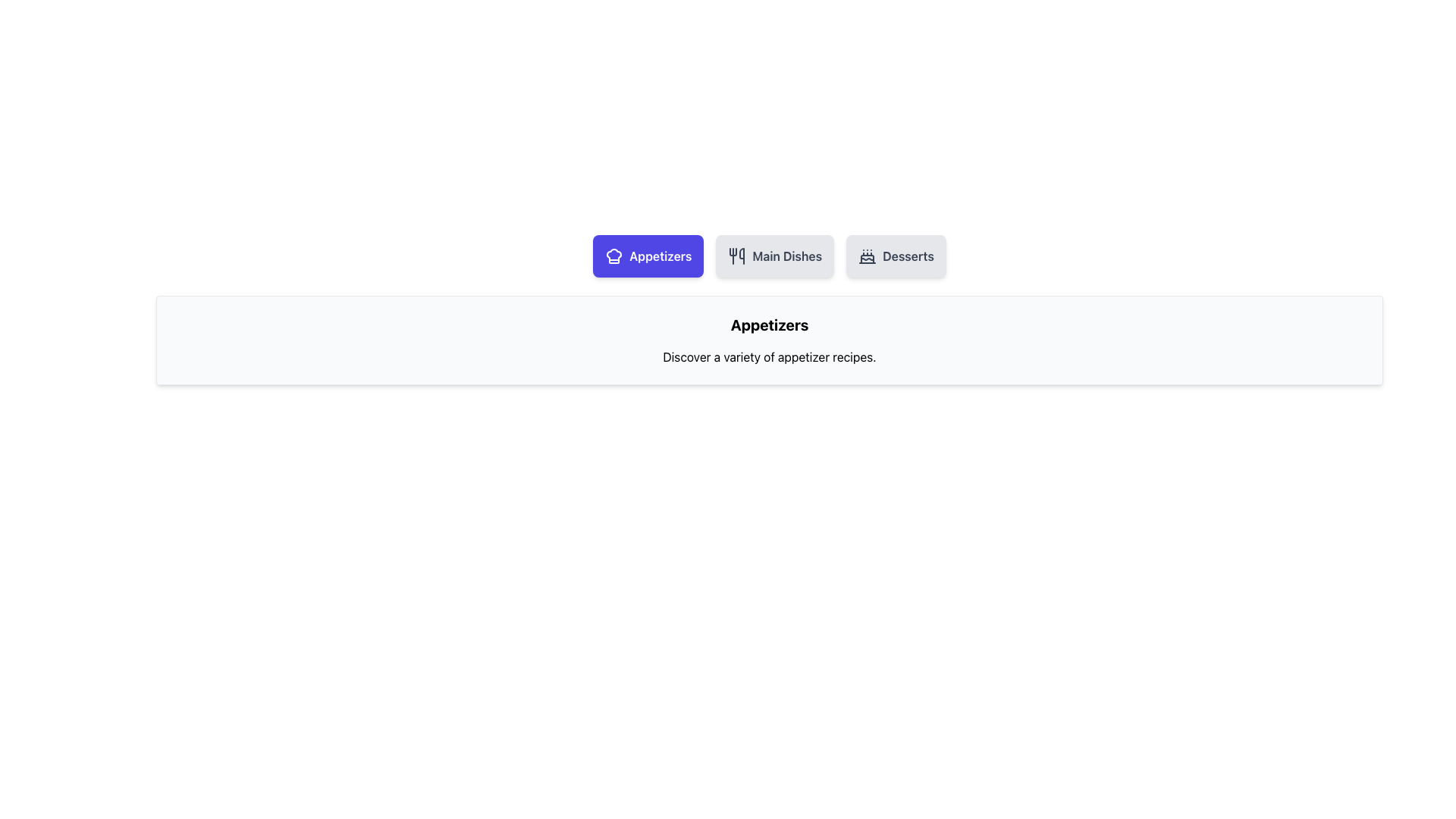 The height and width of the screenshot is (819, 1456). I want to click on the 'Main Dishes' button, which has a light gray background and rounded edges, so click(775, 256).